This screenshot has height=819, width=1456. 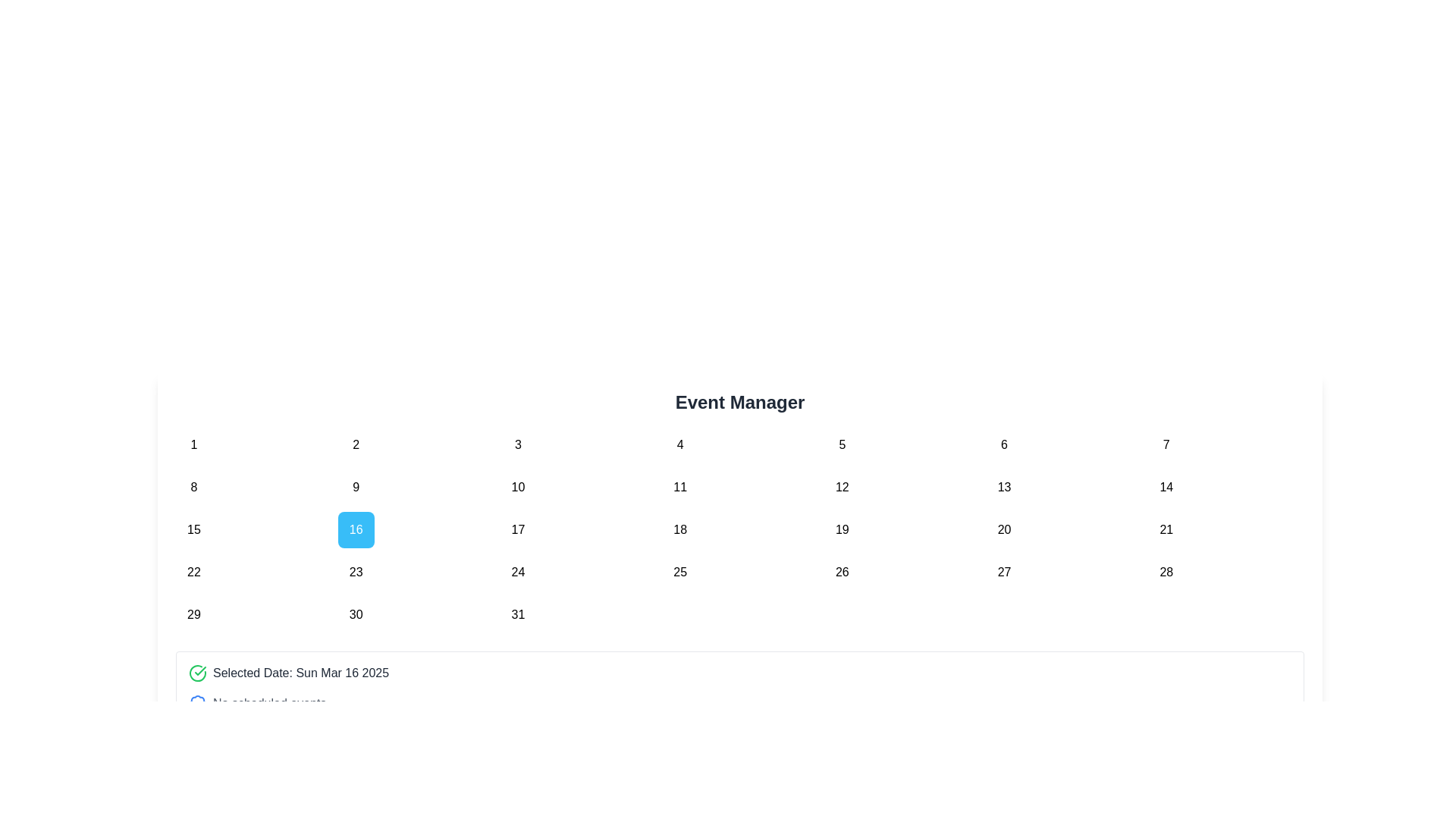 I want to click on the button representing the 19th day in the calendar view, so click(x=841, y=529).